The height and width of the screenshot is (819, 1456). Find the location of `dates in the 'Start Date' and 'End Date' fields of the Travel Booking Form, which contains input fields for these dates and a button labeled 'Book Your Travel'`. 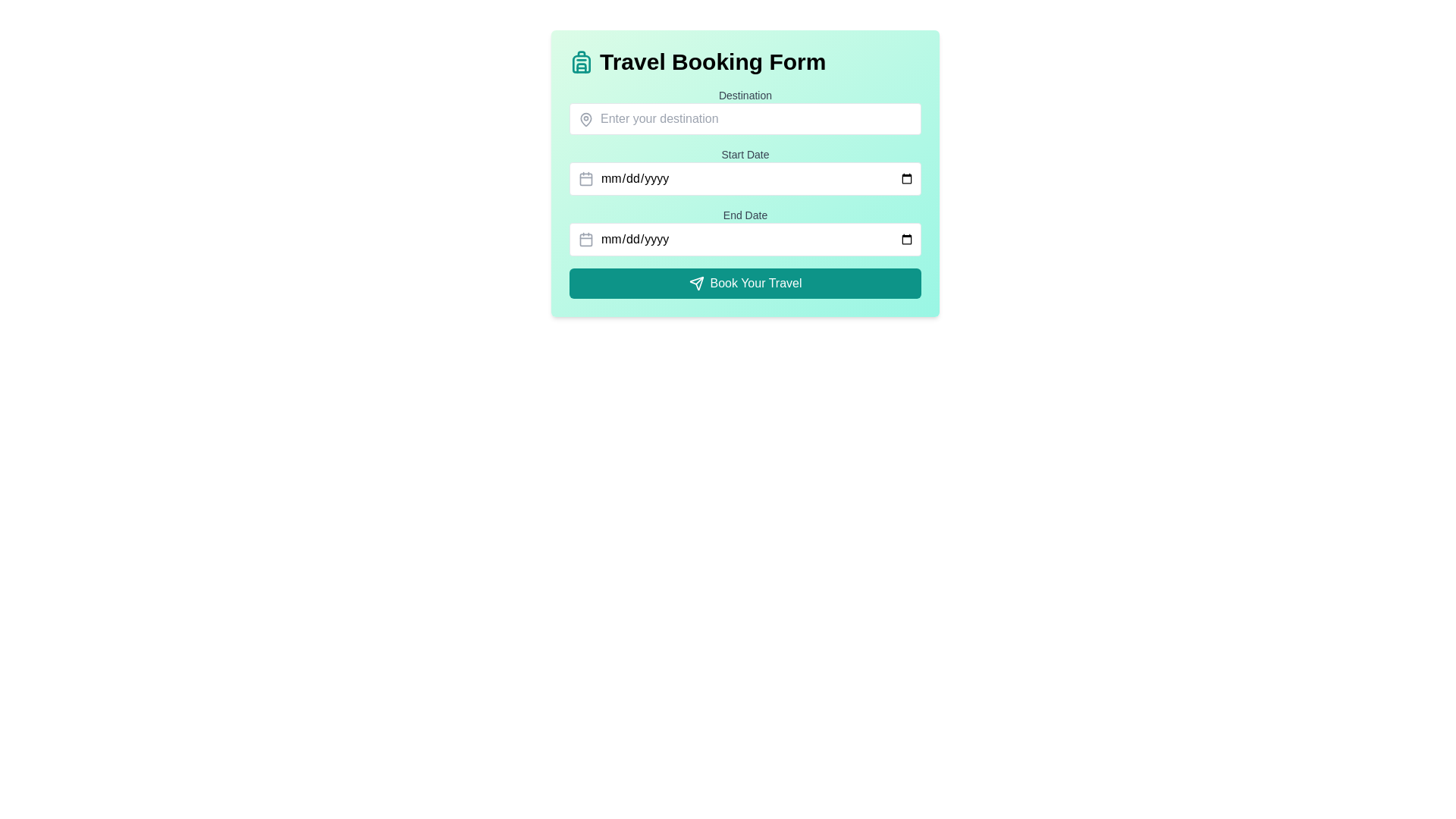

dates in the 'Start Date' and 'End Date' fields of the Travel Booking Form, which contains input fields for these dates and a button labeled 'Book Your Travel' is located at coordinates (745, 192).